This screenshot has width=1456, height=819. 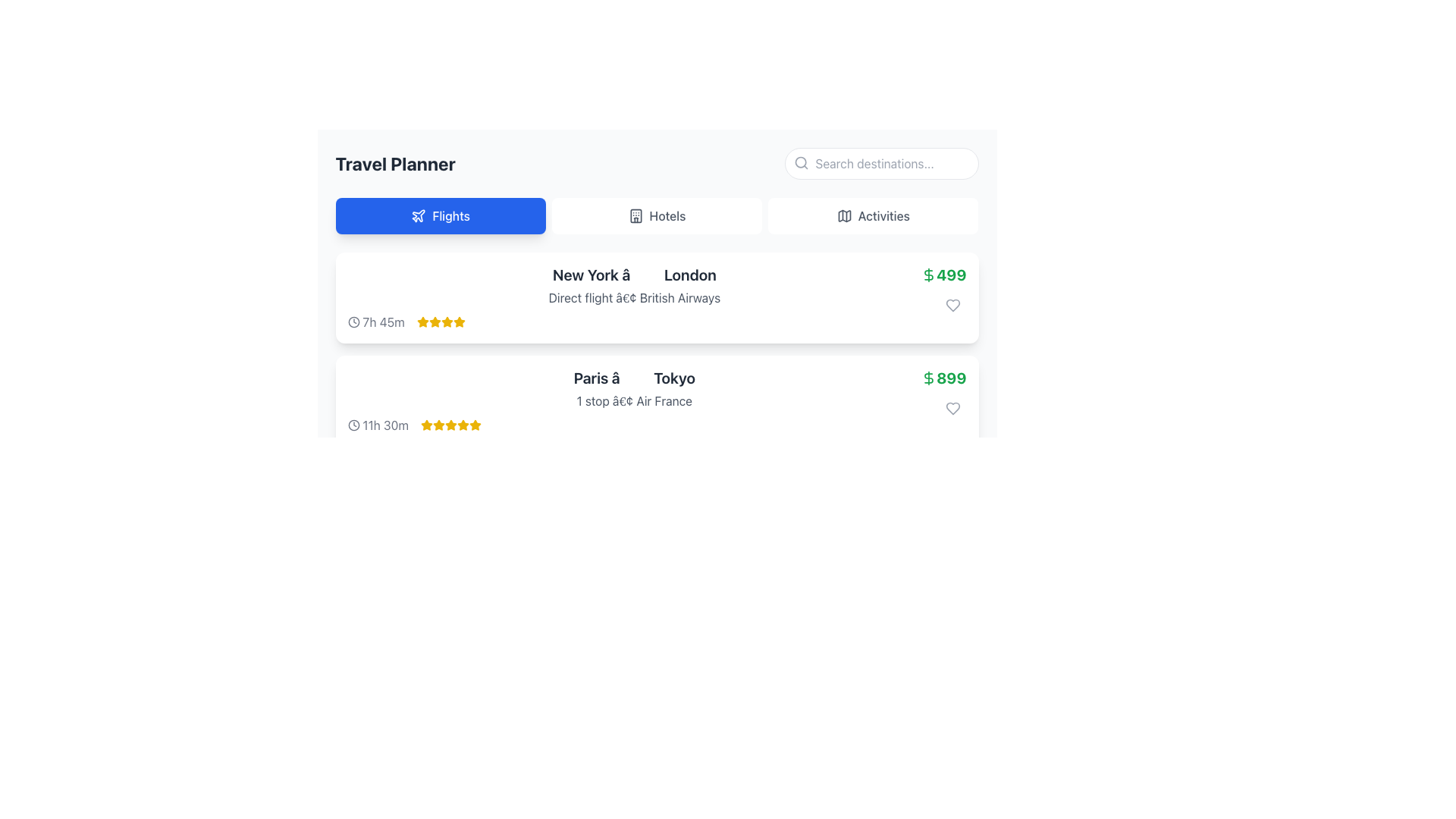 What do you see at coordinates (463, 425) in the screenshot?
I see `the fifth star icon representing the rating for the flight listing from 'Paris to Tokyo'` at bounding box center [463, 425].